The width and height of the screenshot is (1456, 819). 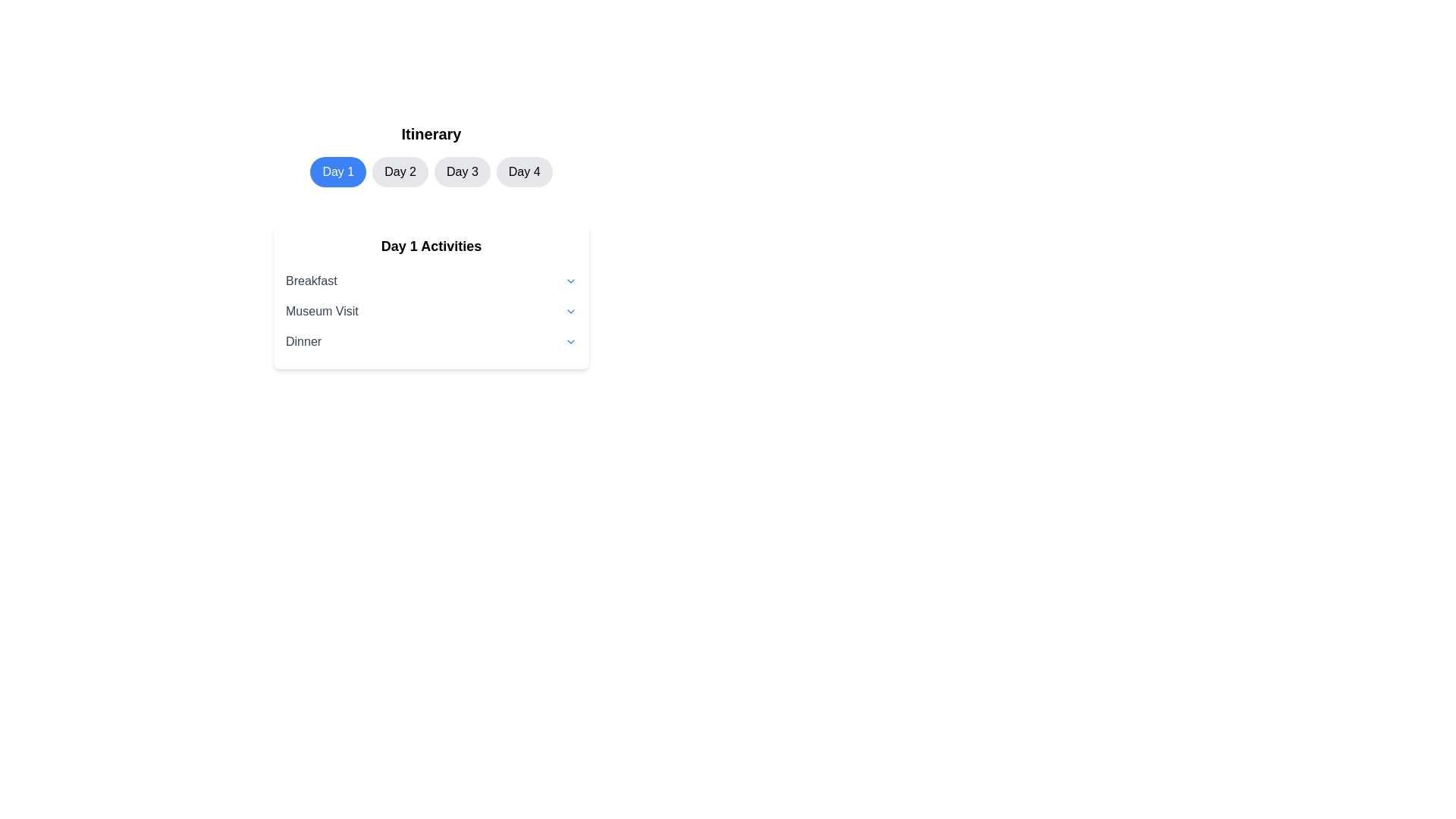 What do you see at coordinates (337, 171) in the screenshot?
I see `the 'Day 1' button, which is a rounded rectangular button with a blue background and white text, located in the top-left corner of the group of four buttons under the title 'Itinerary'` at bounding box center [337, 171].